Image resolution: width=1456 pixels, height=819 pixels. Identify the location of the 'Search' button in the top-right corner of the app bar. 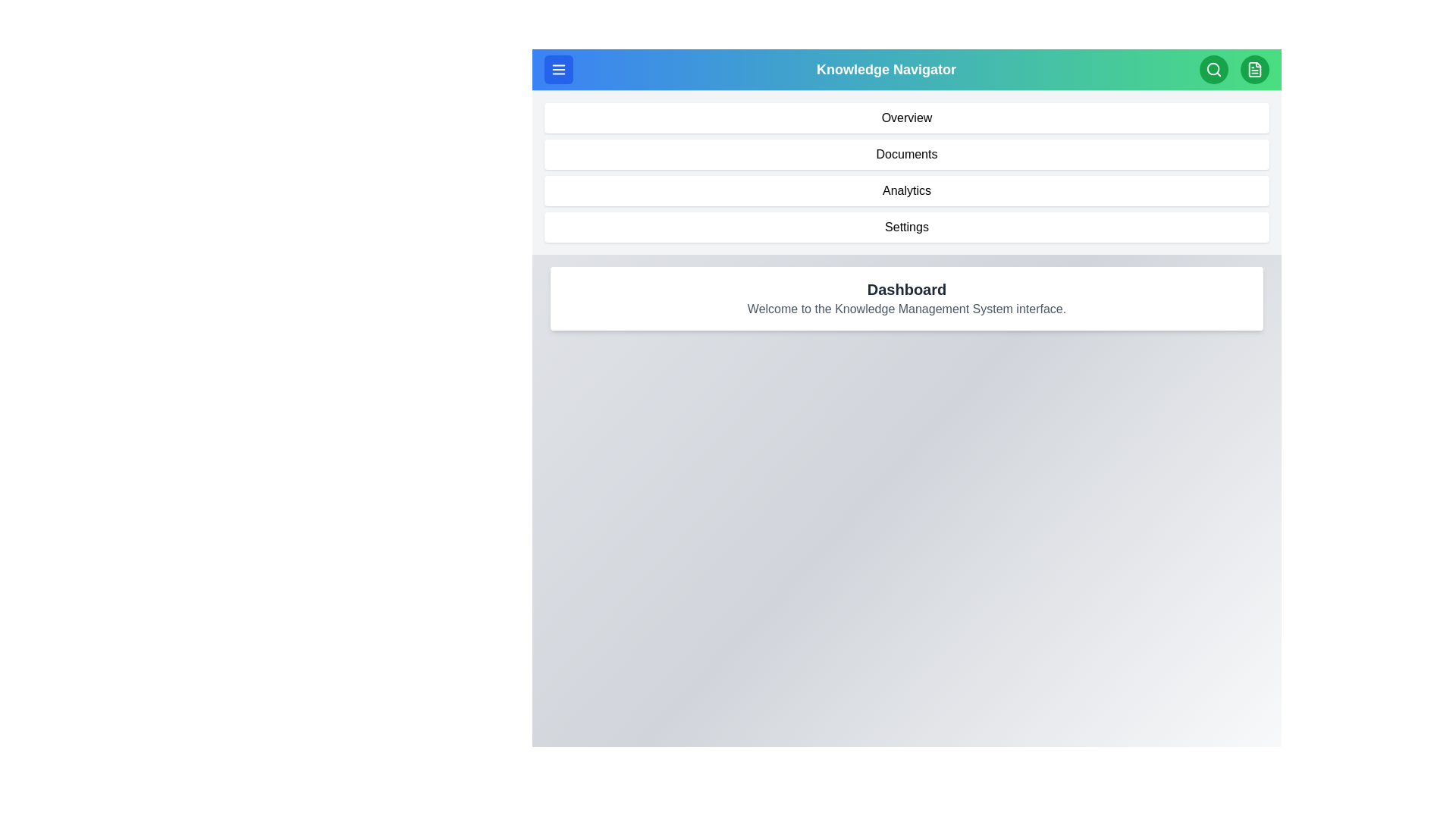
(1214, 70).